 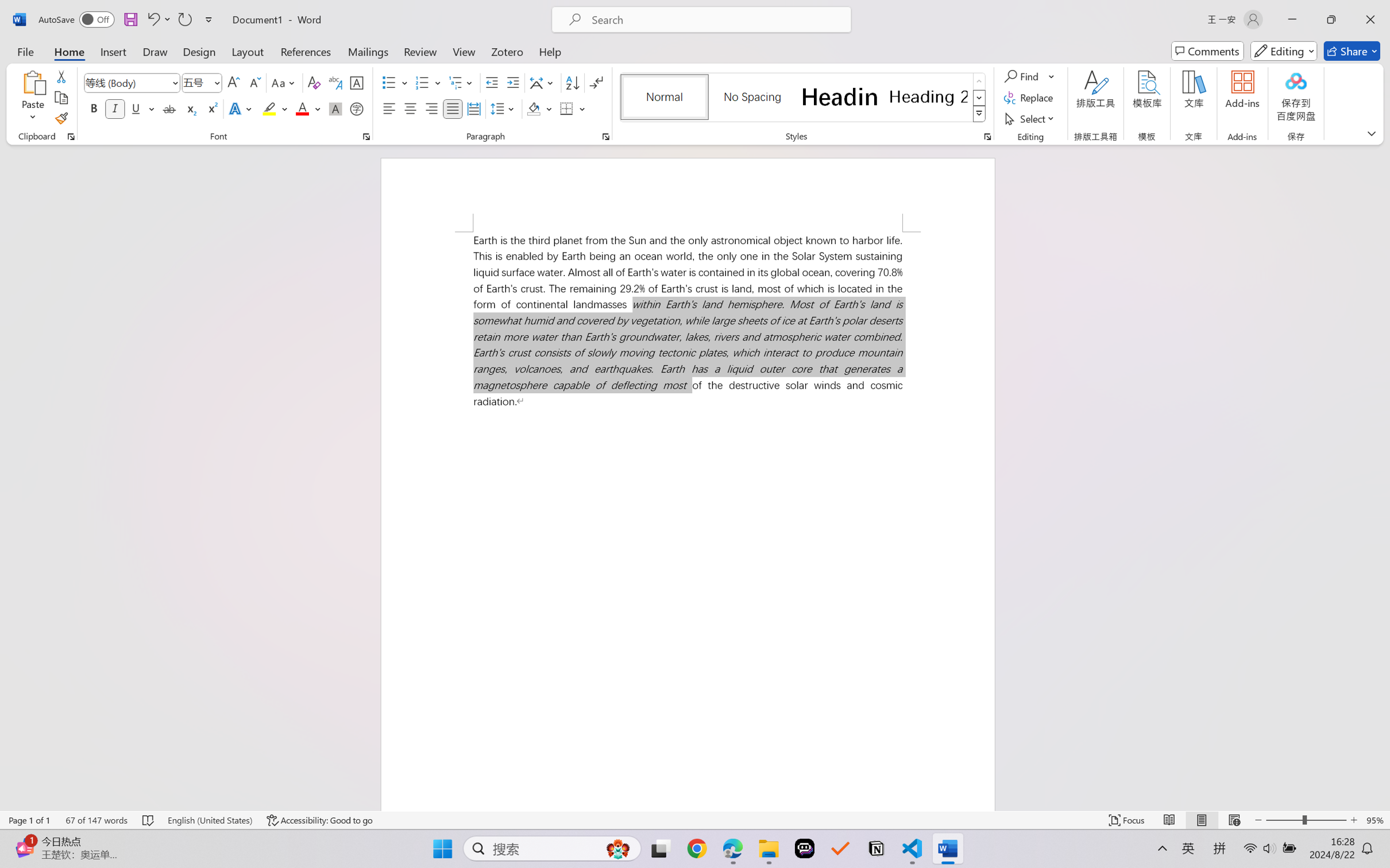 What do you see at coordinates (492, 83) in the screenshot?
I see `'Decrease Indent'` at bounding box center [492, 83].